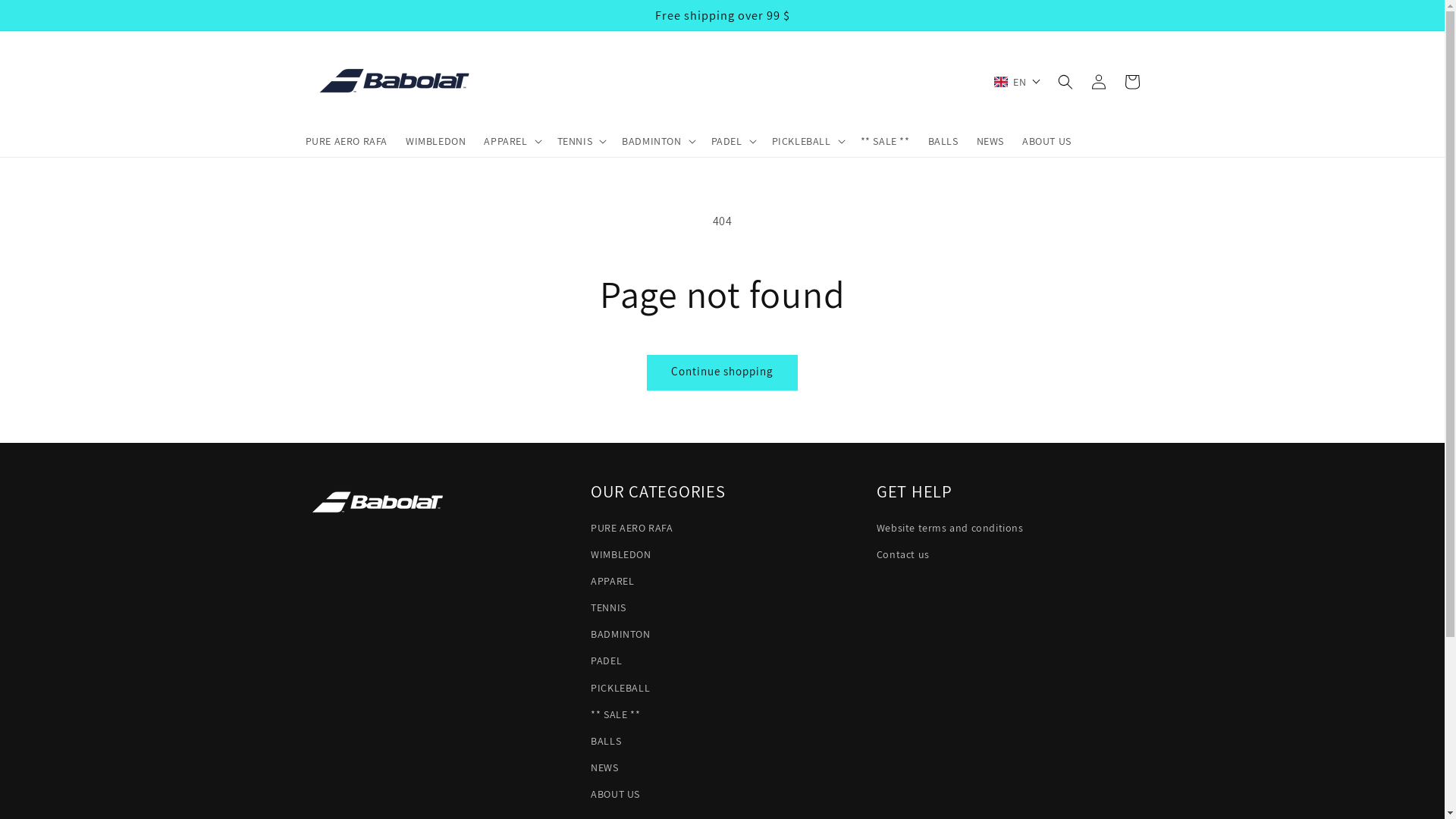 The height and width of the screenshot is (819, 1456). What do you see at coordinates (589, 529) in the screenshot?
I see `'PURE AERO RAFA'` at bounding box center [589, 529].